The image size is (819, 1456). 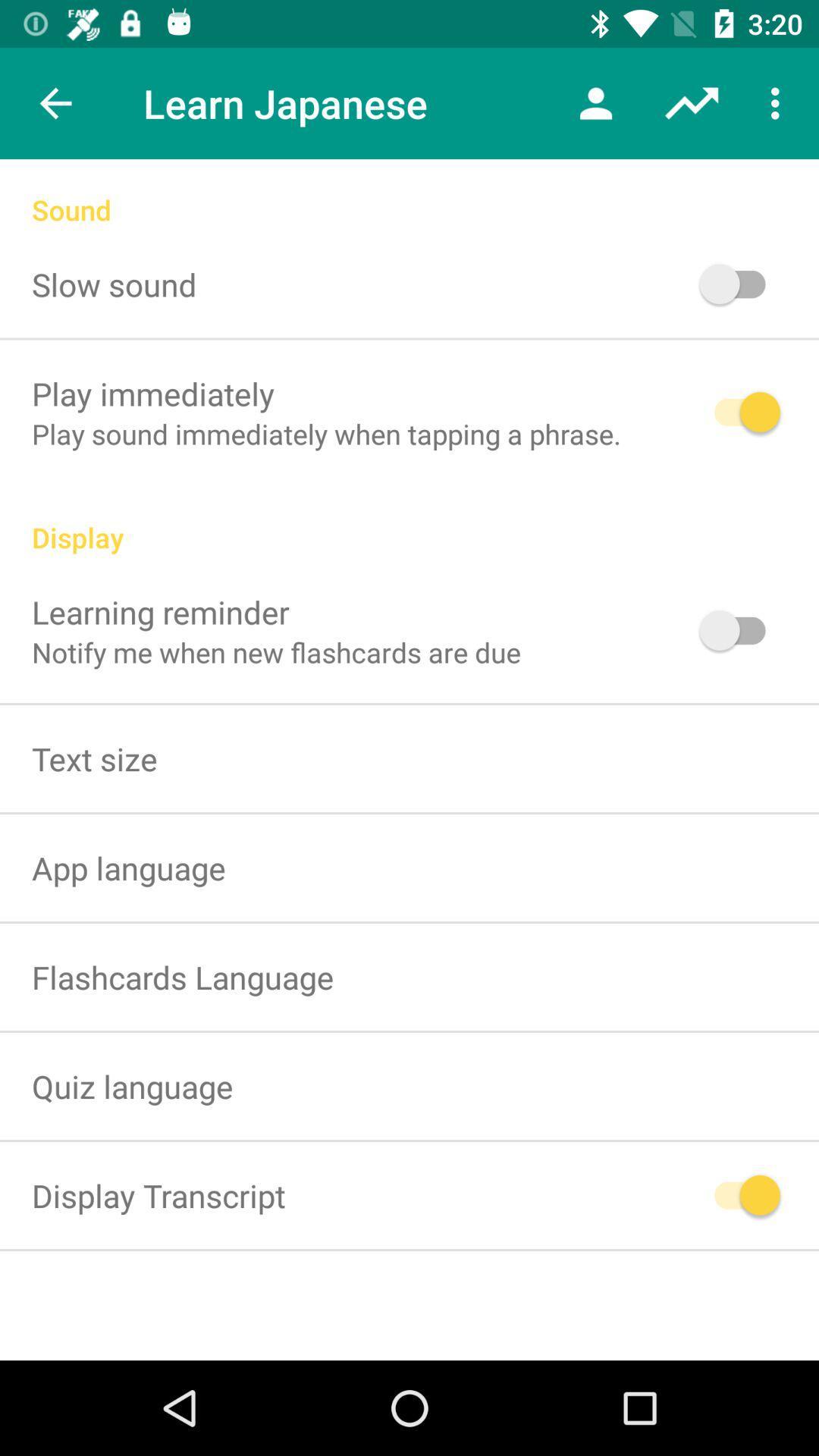 I want to click on the first icon adjacent right side of learn japanese, so click(x=595, y=103).